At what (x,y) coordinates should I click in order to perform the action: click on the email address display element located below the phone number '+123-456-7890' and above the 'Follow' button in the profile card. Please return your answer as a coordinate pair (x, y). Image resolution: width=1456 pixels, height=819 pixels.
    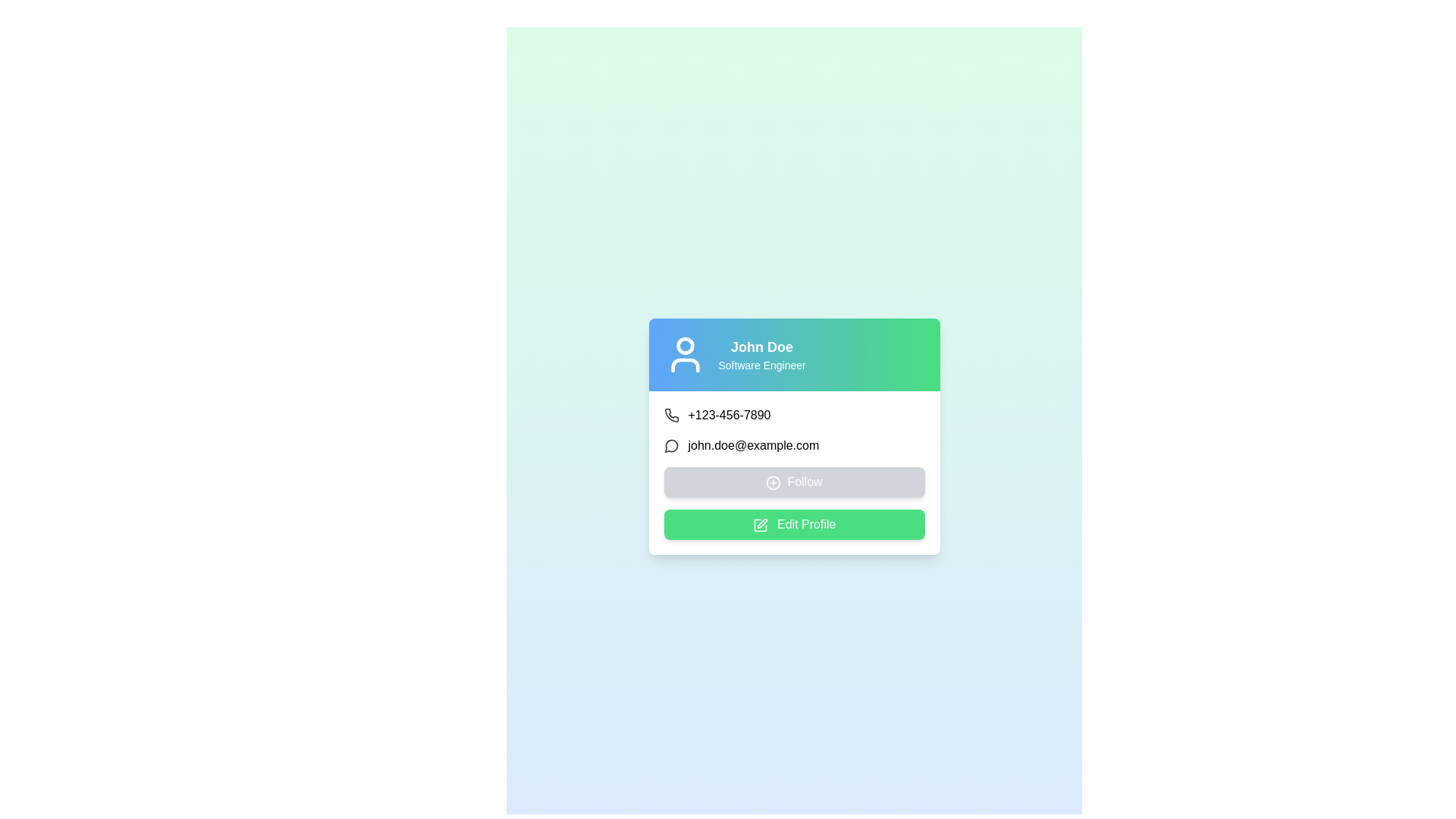
    Looking at the image, I should click on (793, 444).